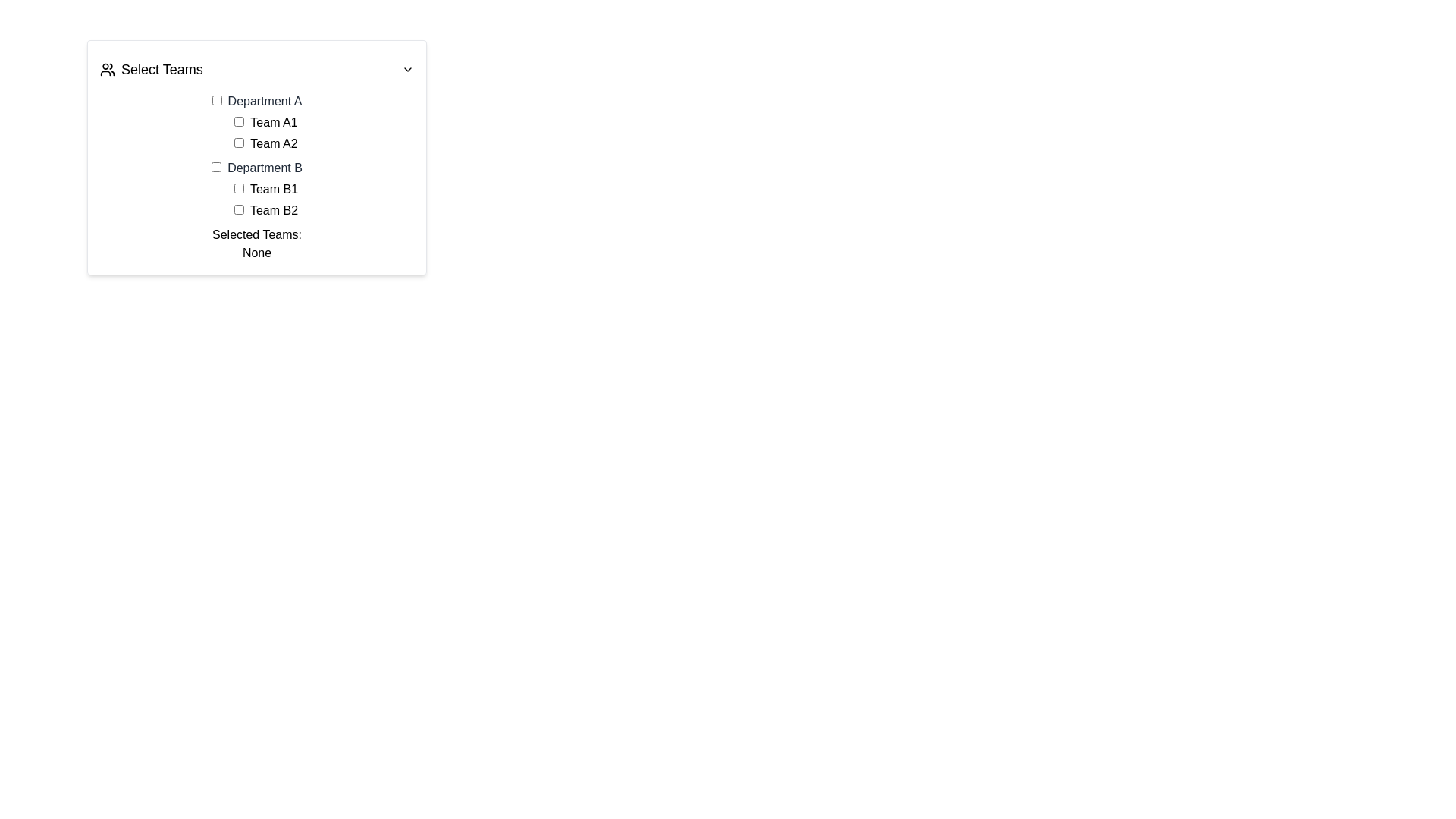  What do you see at coordinates (238, 143) in the screenshot?
I see `the small square checkbox located to the left of the 'Team A2' text label` at bounding box center [238, 143].